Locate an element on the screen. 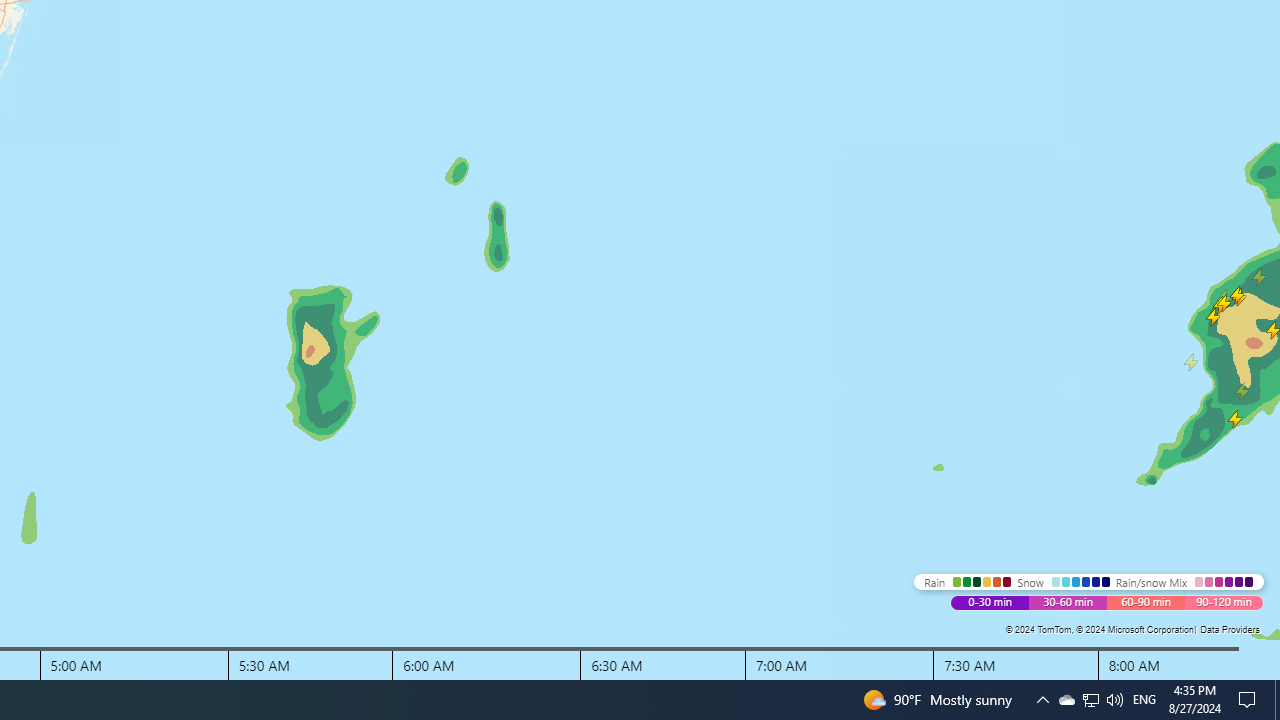 Image resolution: width=1280 pixels, height=720 pixels. 'Show desktop' is located at coordinates (1276, 698).